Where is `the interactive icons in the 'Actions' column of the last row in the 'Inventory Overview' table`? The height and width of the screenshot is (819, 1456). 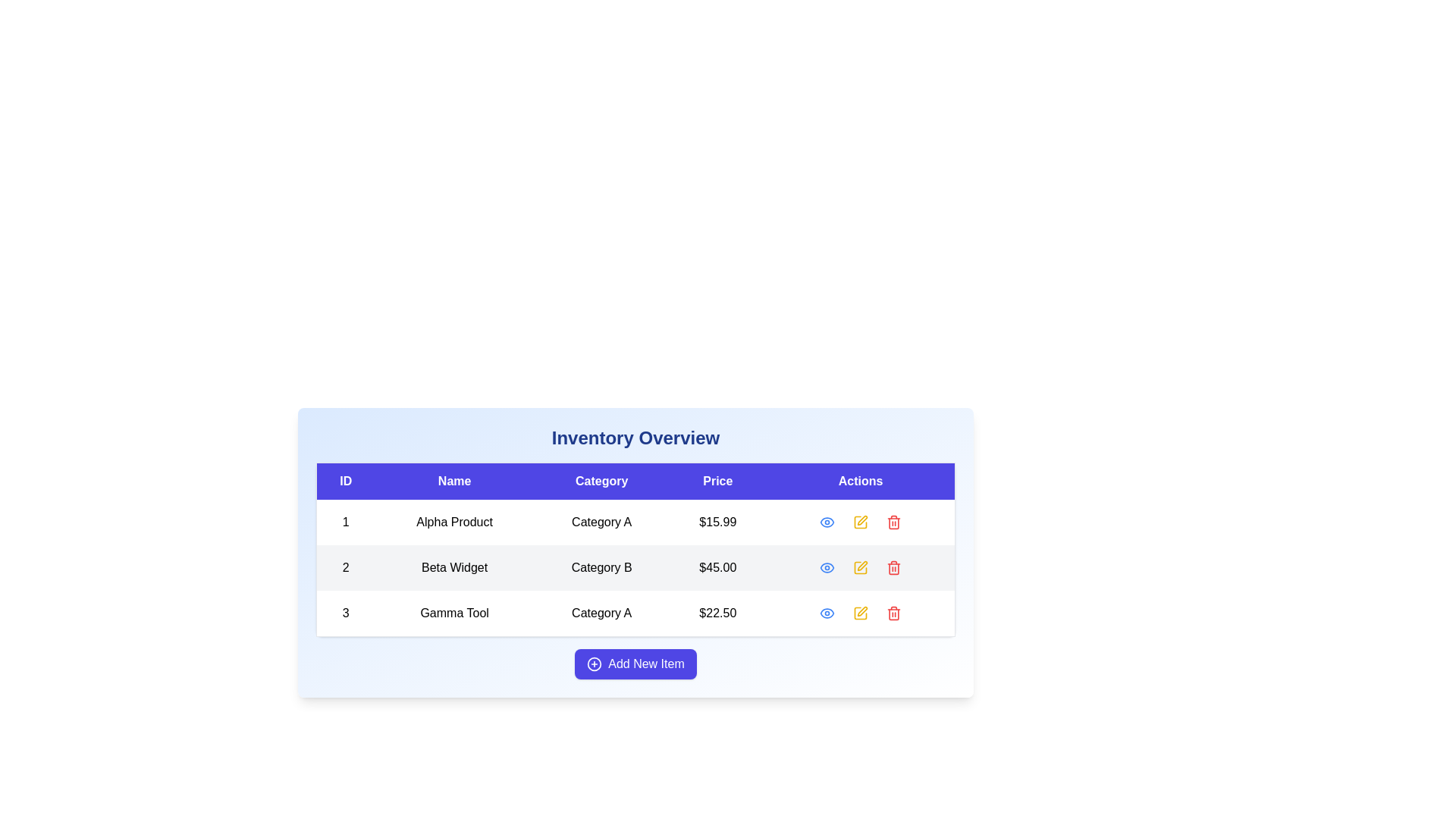 the interactive icons in the 'Actions' column of the last row in the 'Inventory Overview' table is located at coordinates (861, 613).